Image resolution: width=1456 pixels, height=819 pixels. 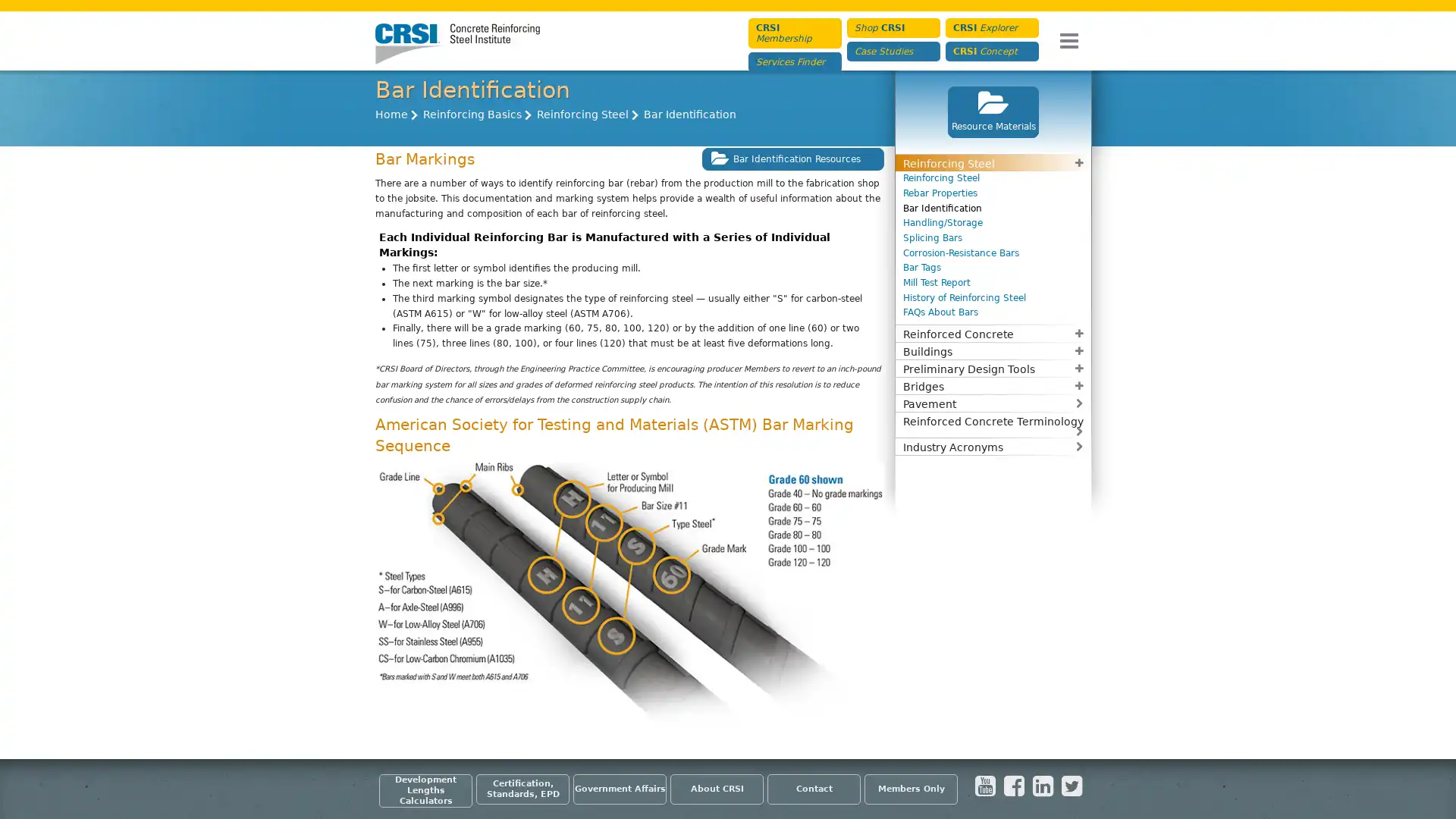 I want to click on Contact, so click(x=813, y=788).